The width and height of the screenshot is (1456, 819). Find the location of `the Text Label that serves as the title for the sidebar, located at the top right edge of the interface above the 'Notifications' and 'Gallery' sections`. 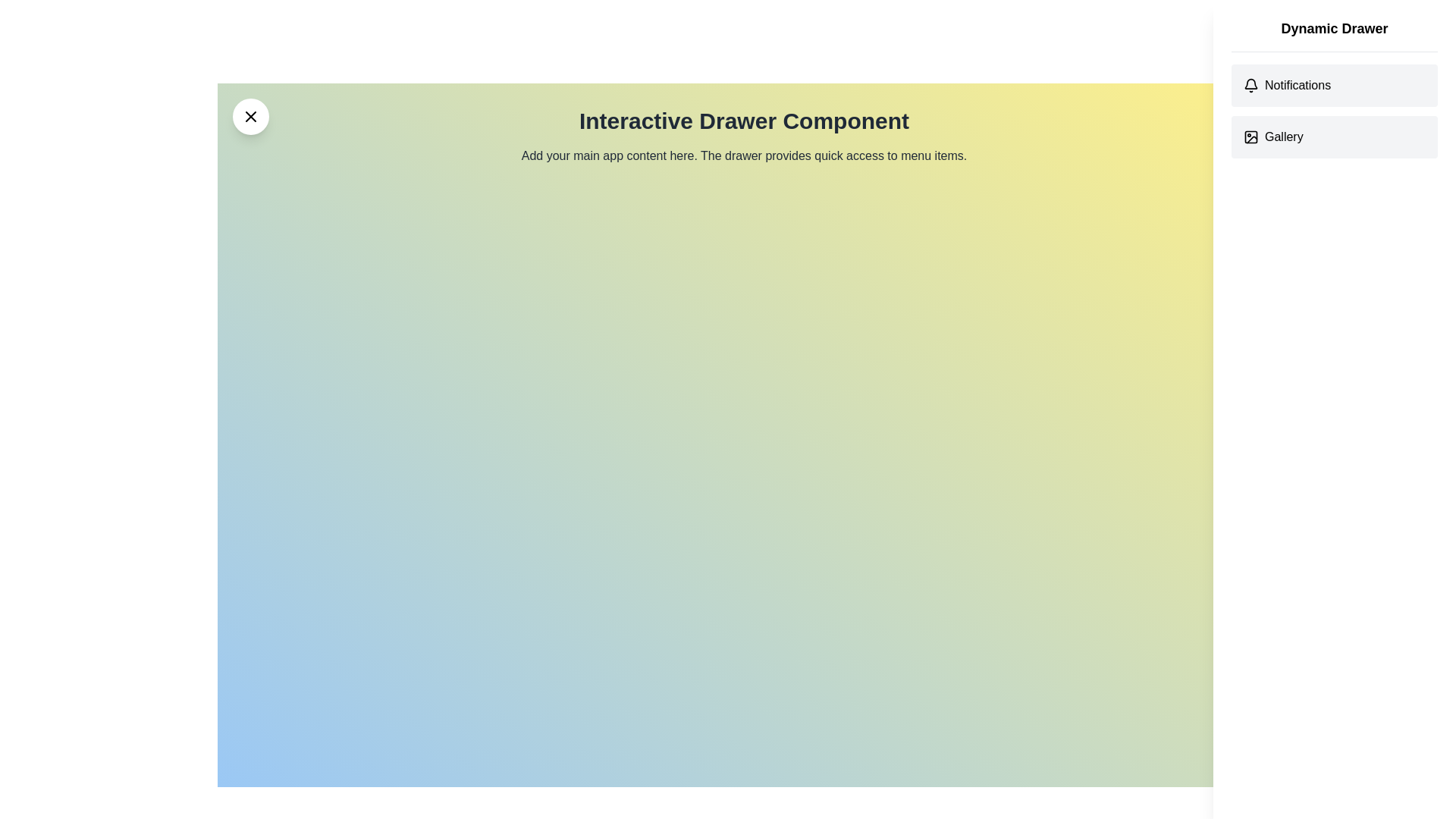

the Text Label that serves as the title for the sidebar, located at the top right edge of the interface above the 'Notifications' and 'Gallery' sections is located at coordinates (1335, 29).